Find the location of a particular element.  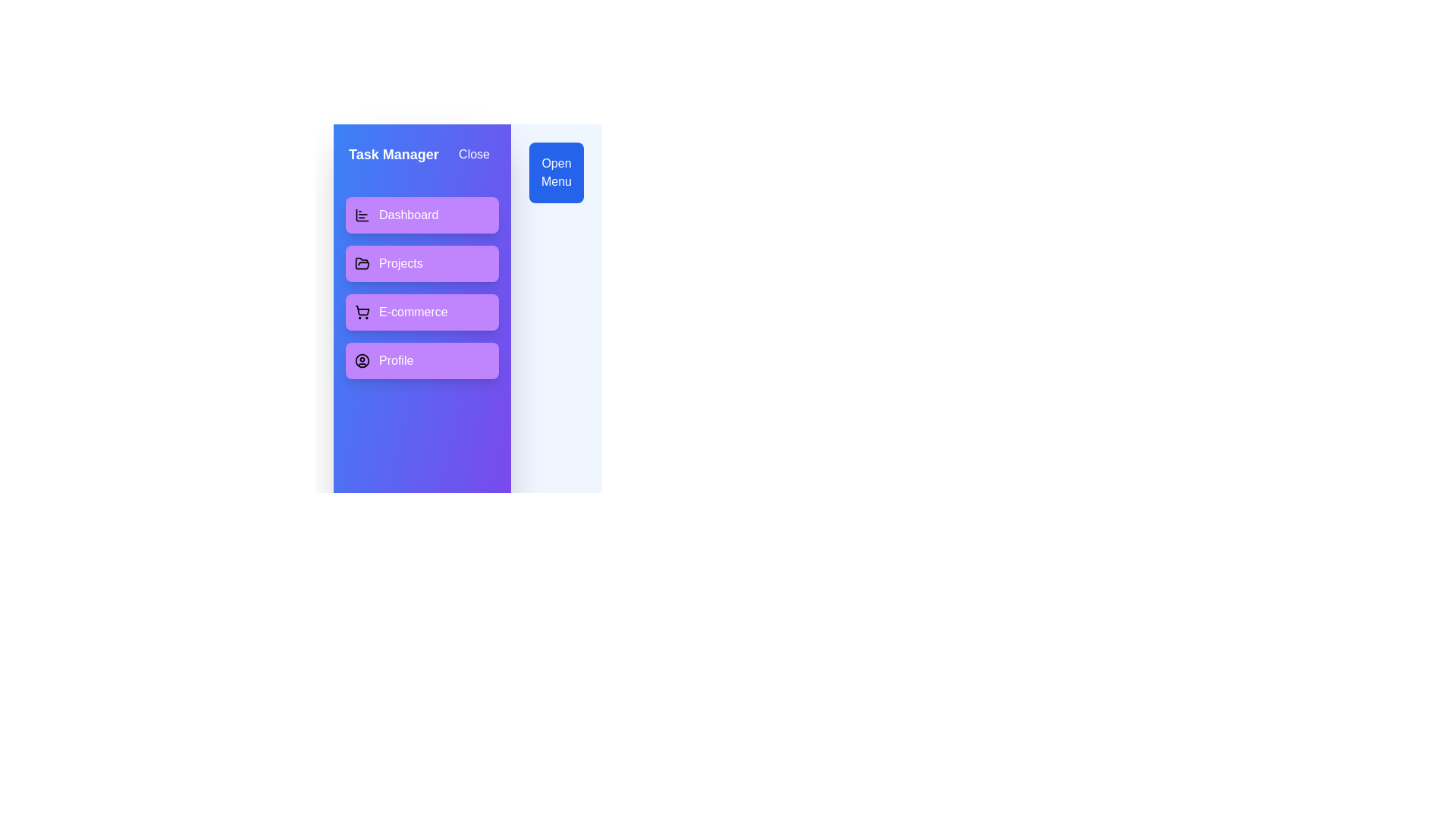

the Dashboard task item is located at coordinates (422, 215).